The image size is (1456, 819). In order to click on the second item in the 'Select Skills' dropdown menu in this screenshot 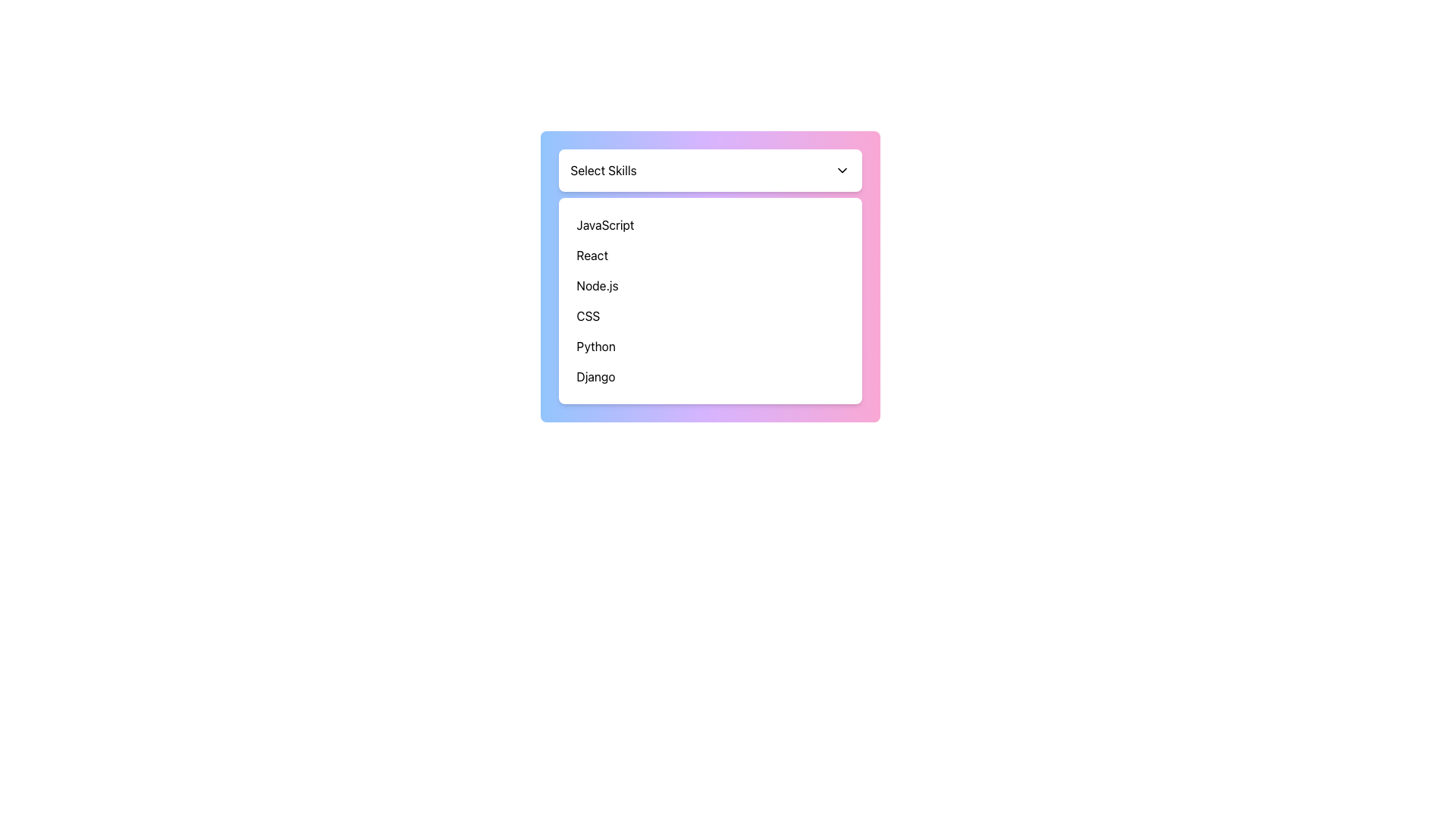, I will do `click(709, 254)`.